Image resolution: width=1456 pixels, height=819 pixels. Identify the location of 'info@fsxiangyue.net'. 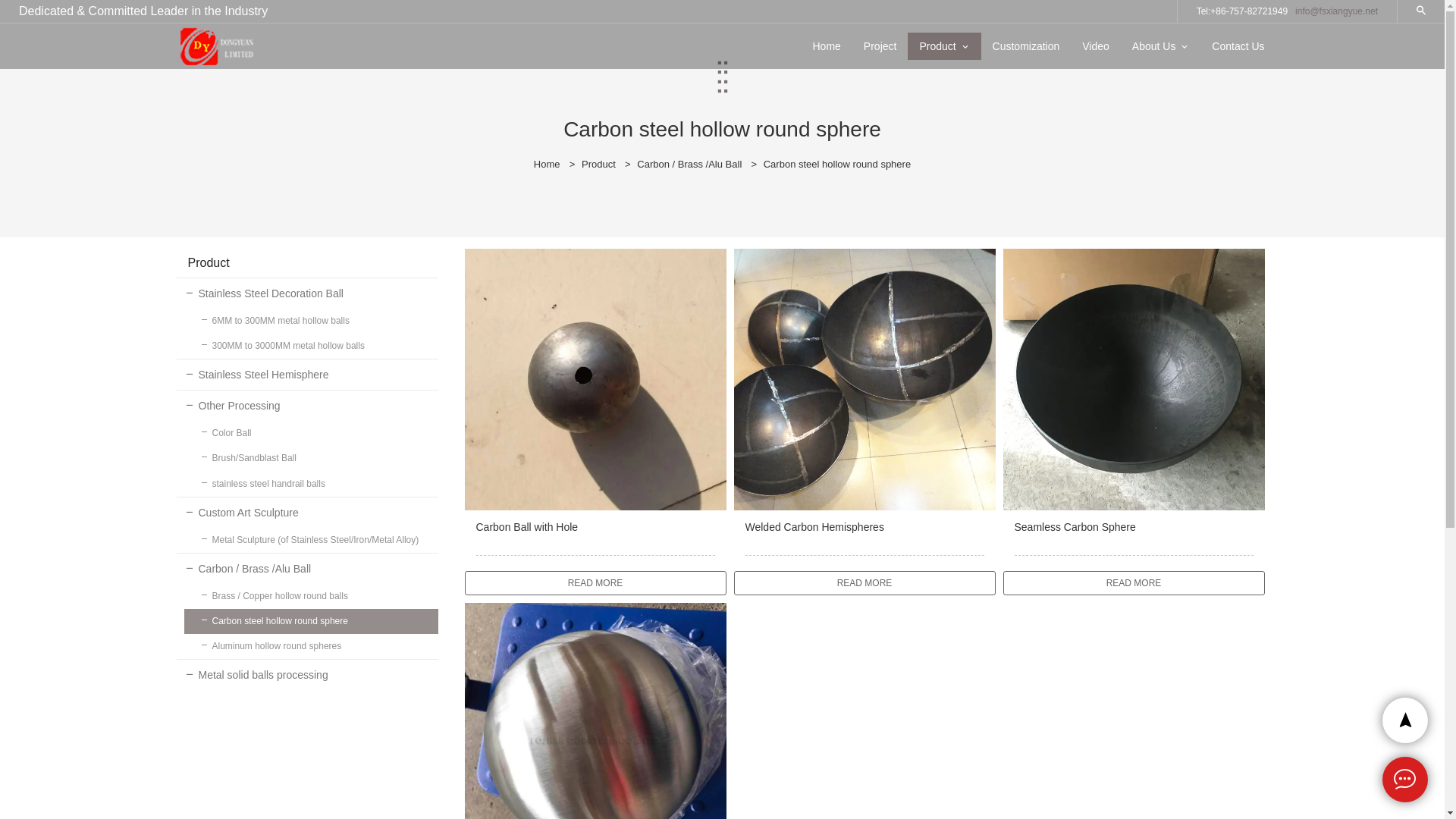
(1336, 11).